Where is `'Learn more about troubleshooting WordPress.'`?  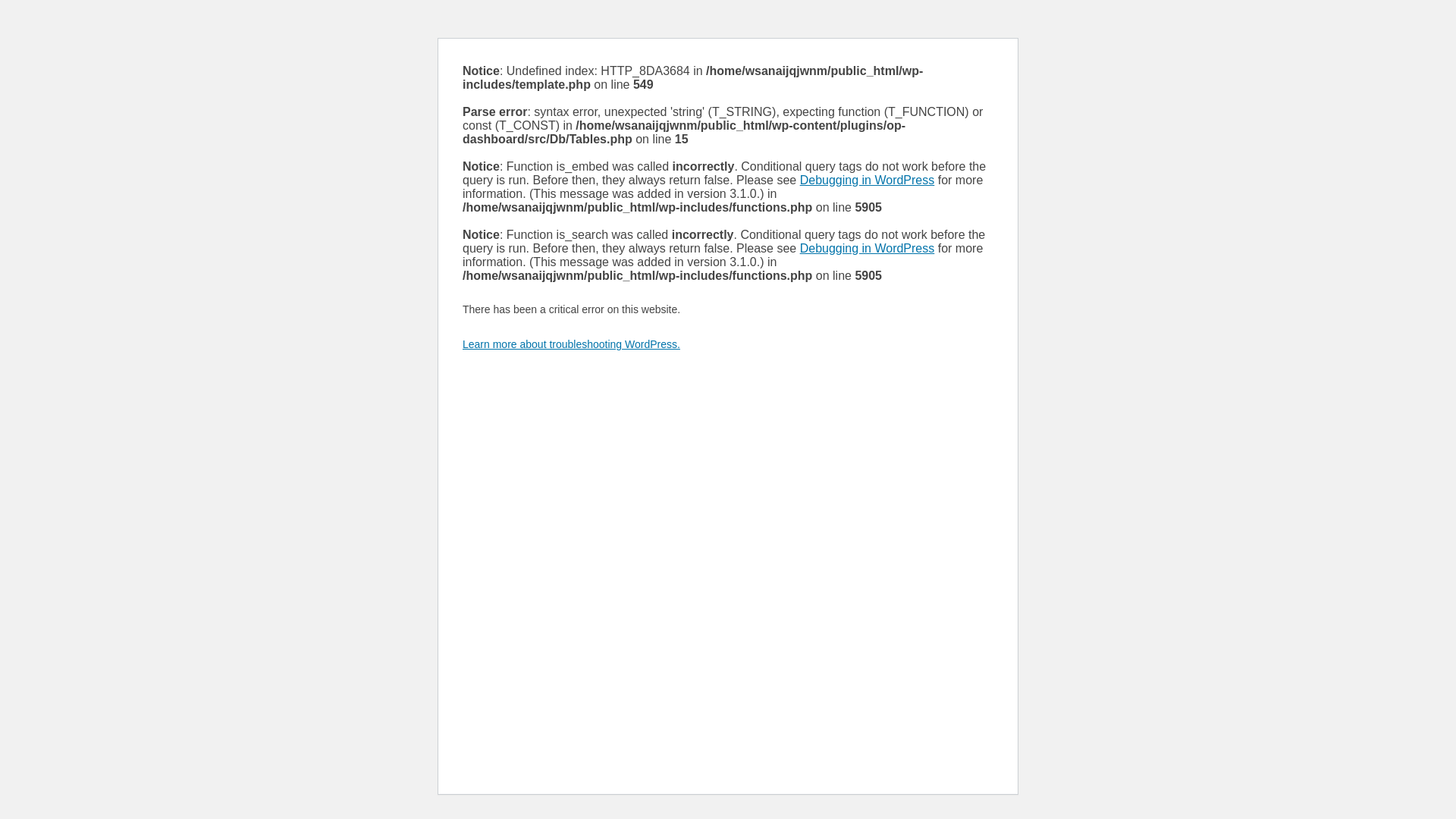 'Learn more about troubleshooting WordPress.' is located at coordinates (570, 344).